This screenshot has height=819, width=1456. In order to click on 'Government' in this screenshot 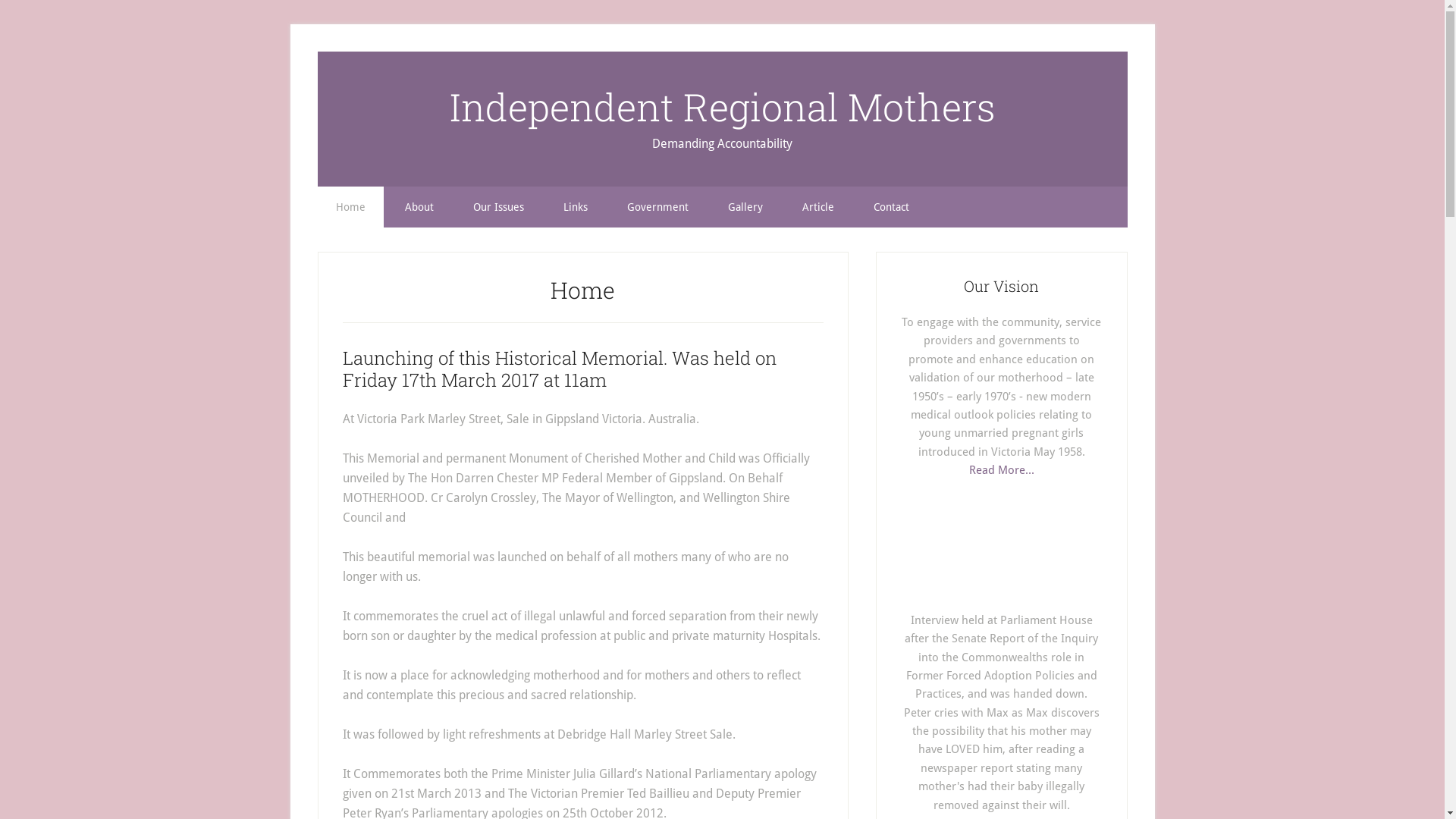, I will do `click(657, 207)`.